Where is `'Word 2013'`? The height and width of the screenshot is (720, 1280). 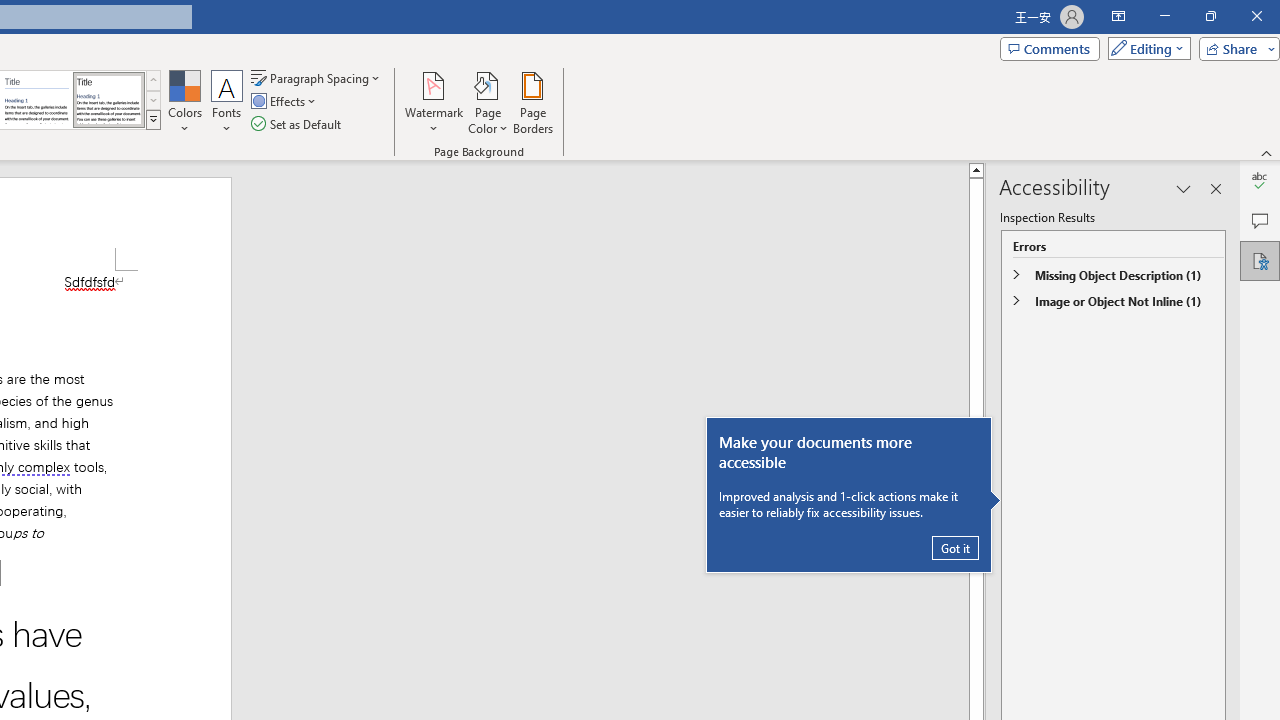
'Word 2013' is located at coordinates (107, 100).